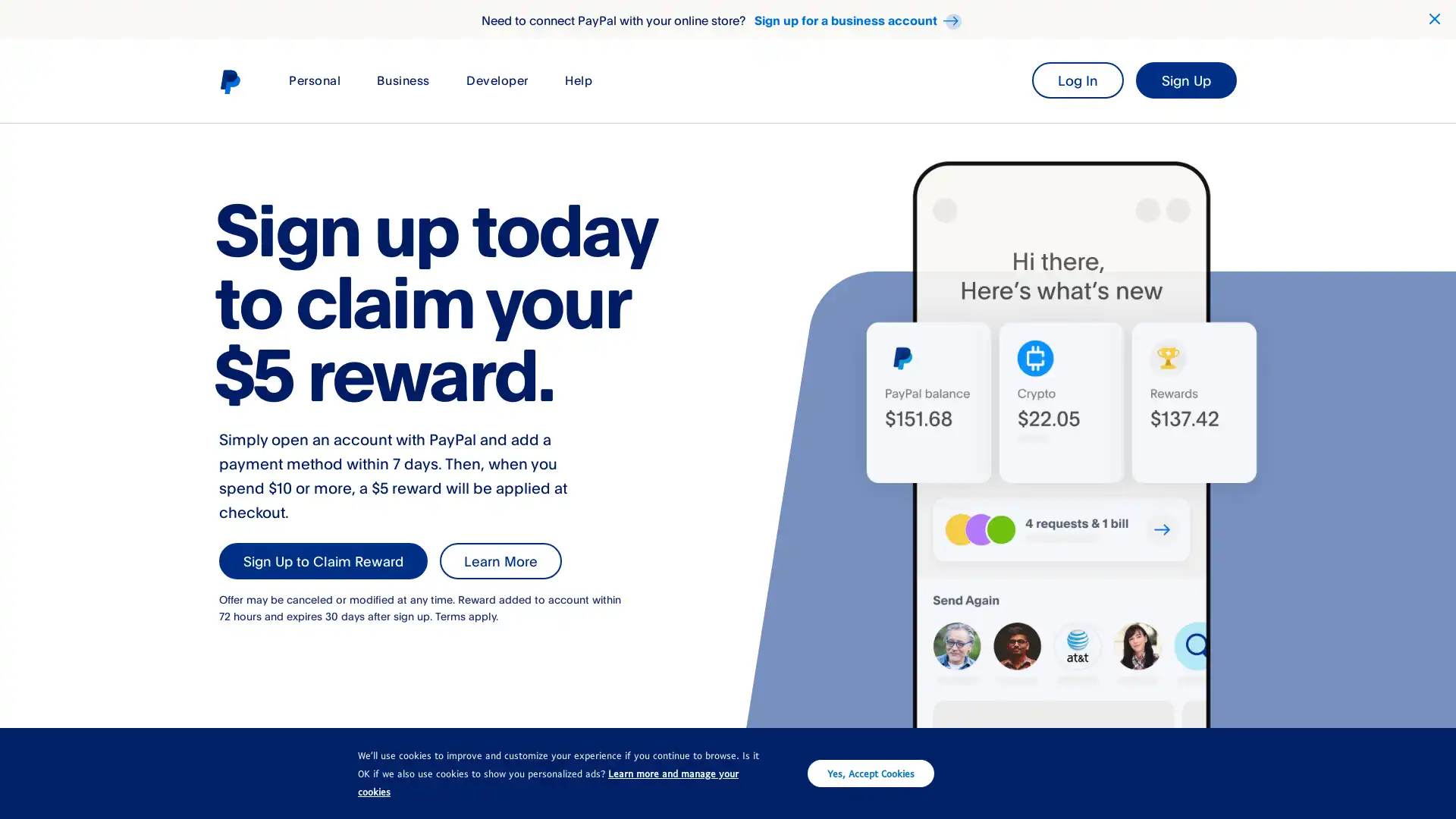 Image resolution: width=1456 pixels, height=819 pixels. I want to click on Sign Up, so click(1185, 80).